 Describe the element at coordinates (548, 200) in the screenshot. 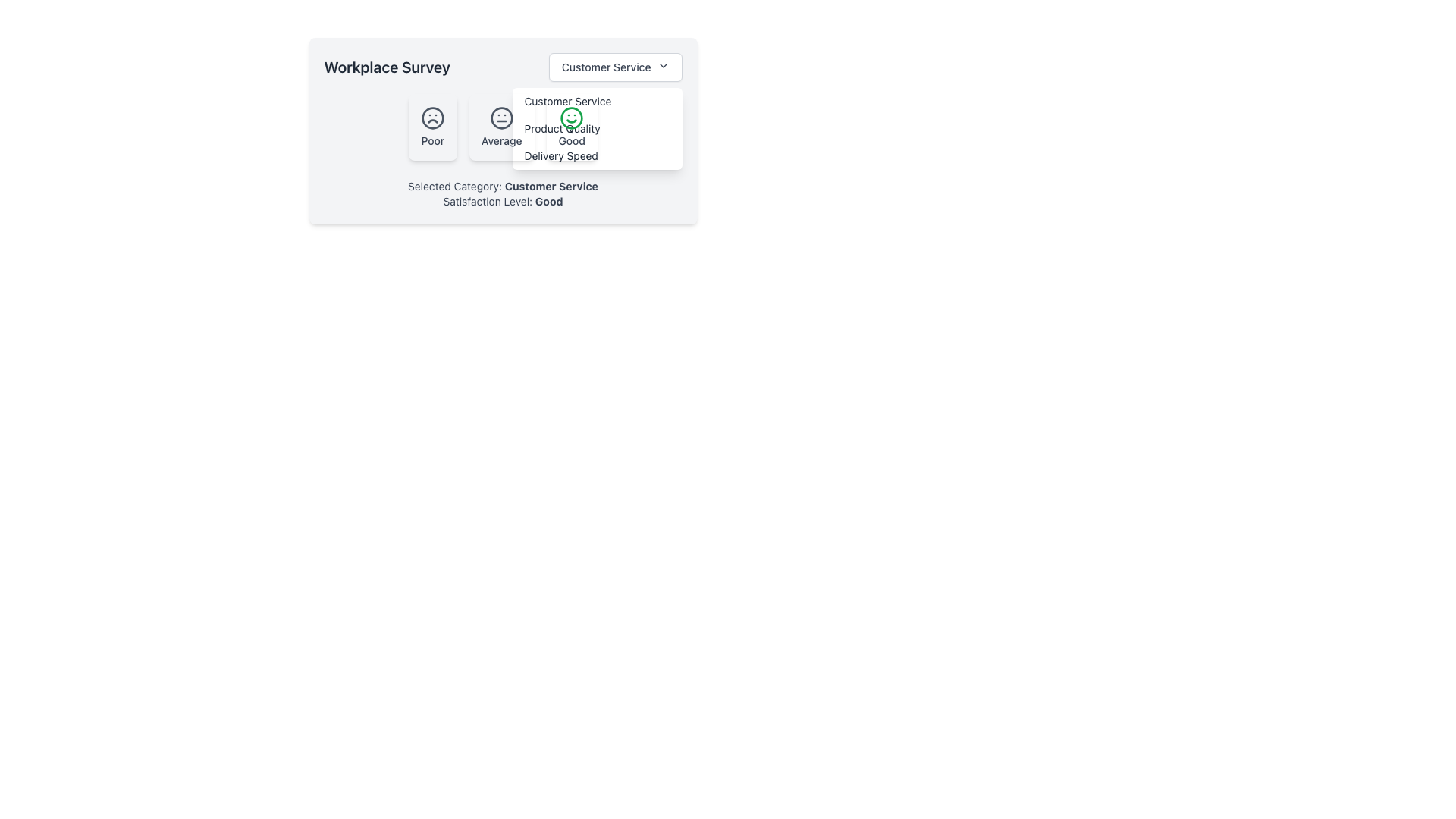

I see `the satisfaction level label displaying 'Good'` at that location.